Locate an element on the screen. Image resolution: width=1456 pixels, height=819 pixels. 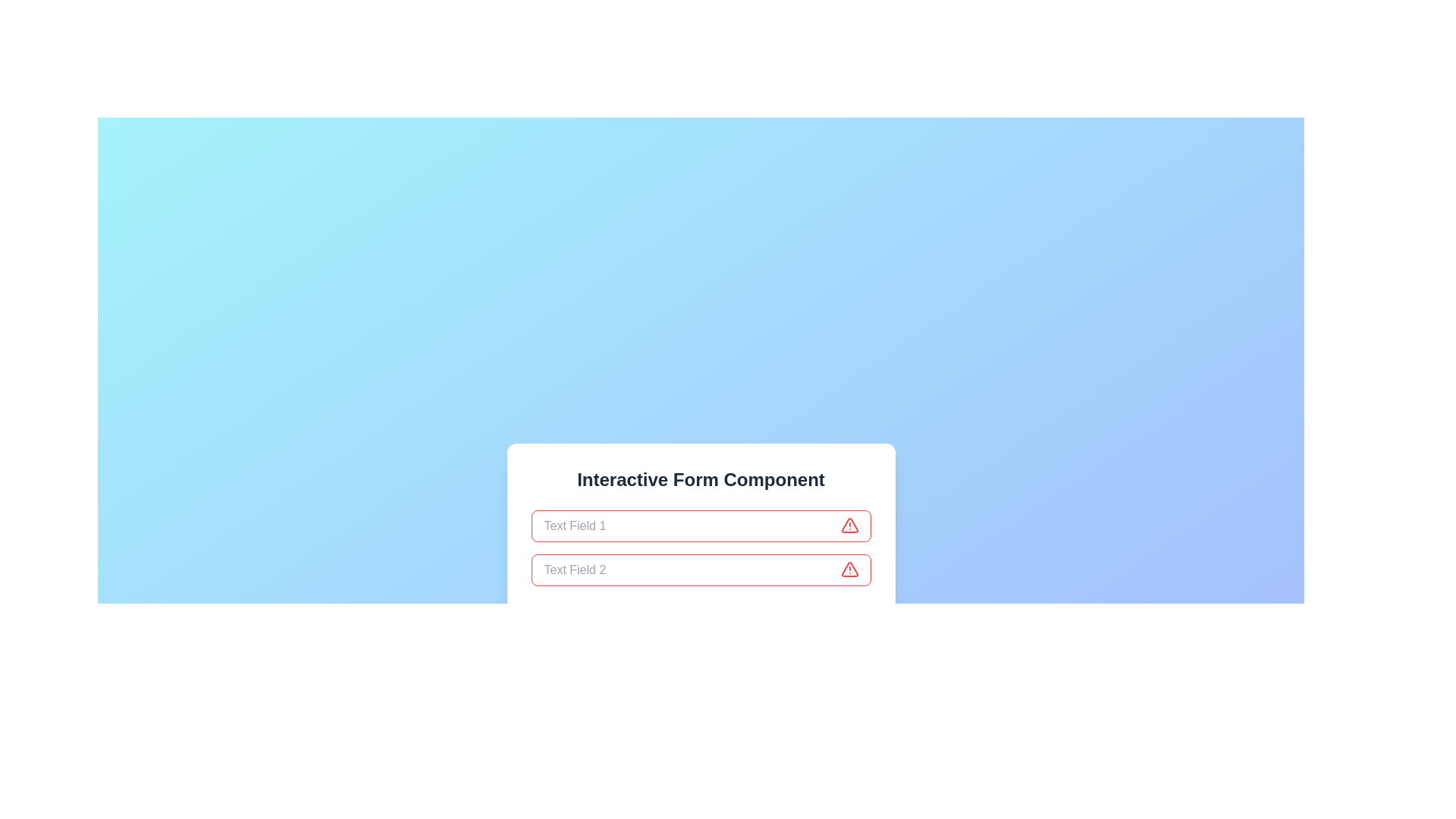
the alert icon positioned to the right of 'Text Field 2' is located at coordinates (849, 570).